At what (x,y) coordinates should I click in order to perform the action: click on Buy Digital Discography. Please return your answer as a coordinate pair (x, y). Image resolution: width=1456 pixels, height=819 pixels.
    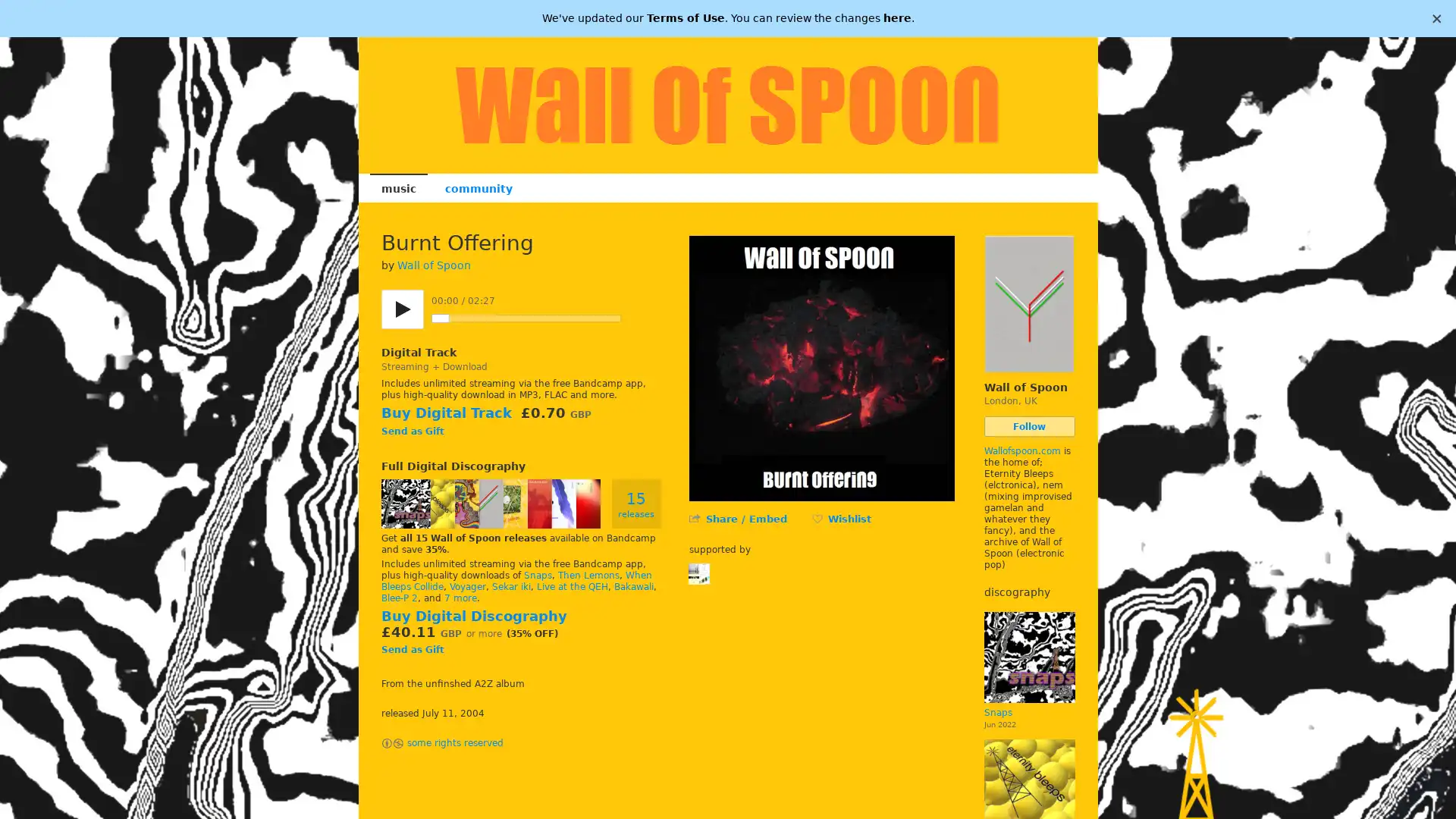
    Looking at the image, I should click on (472, 616).